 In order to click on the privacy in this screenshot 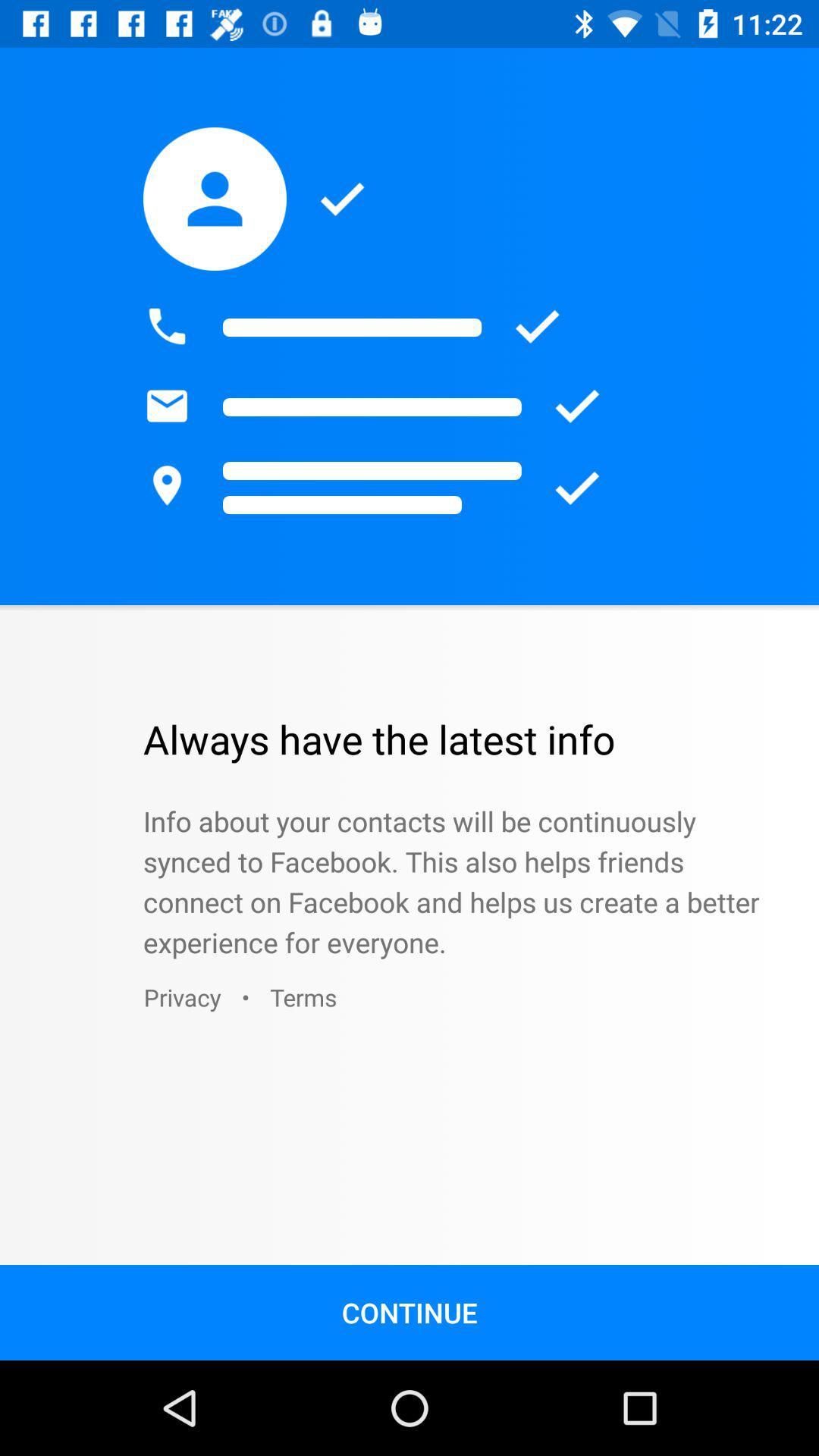, I will do `click(181, 997)`.